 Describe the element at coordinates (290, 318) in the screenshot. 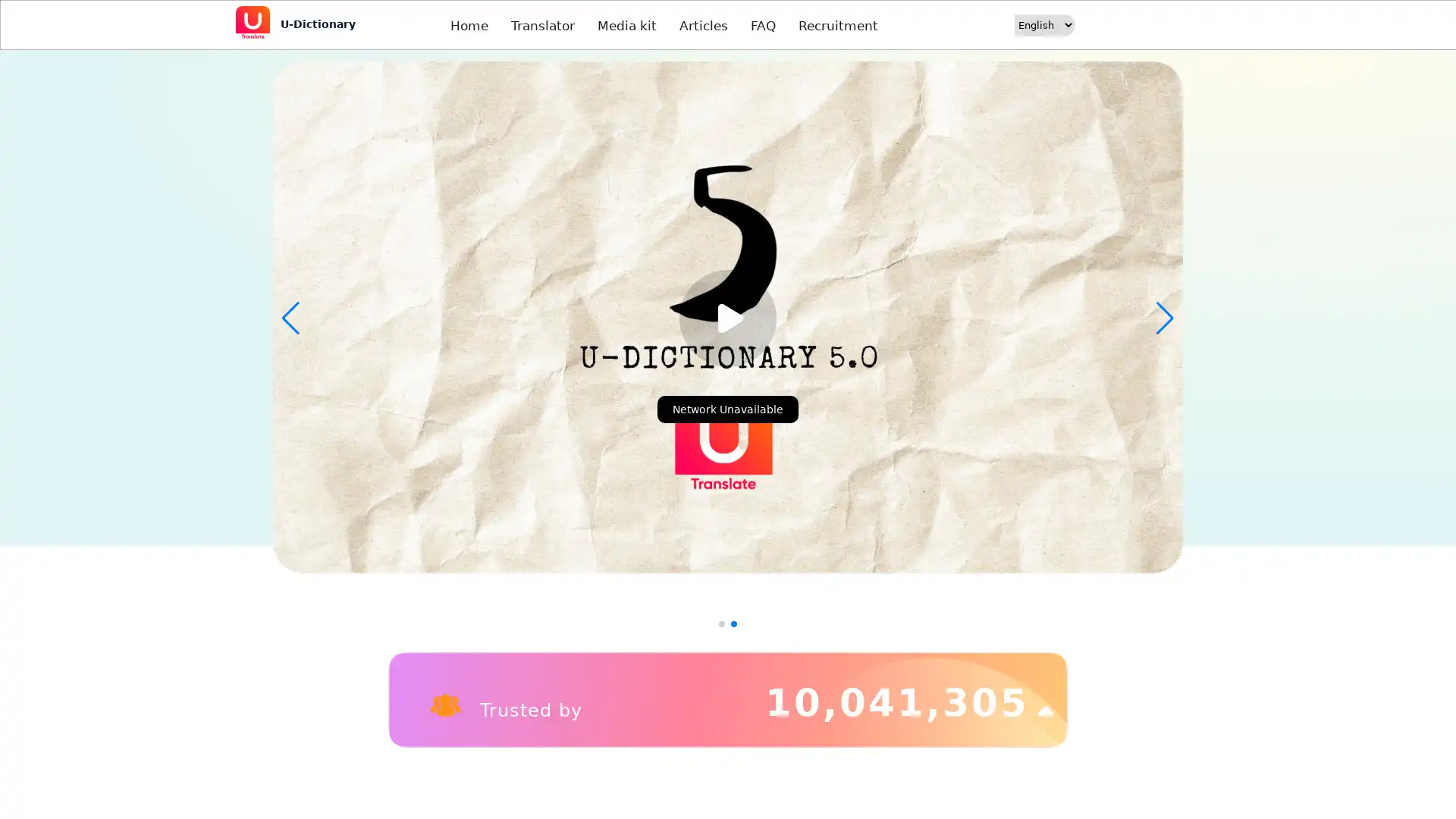

I see `Previous slide` at that location.